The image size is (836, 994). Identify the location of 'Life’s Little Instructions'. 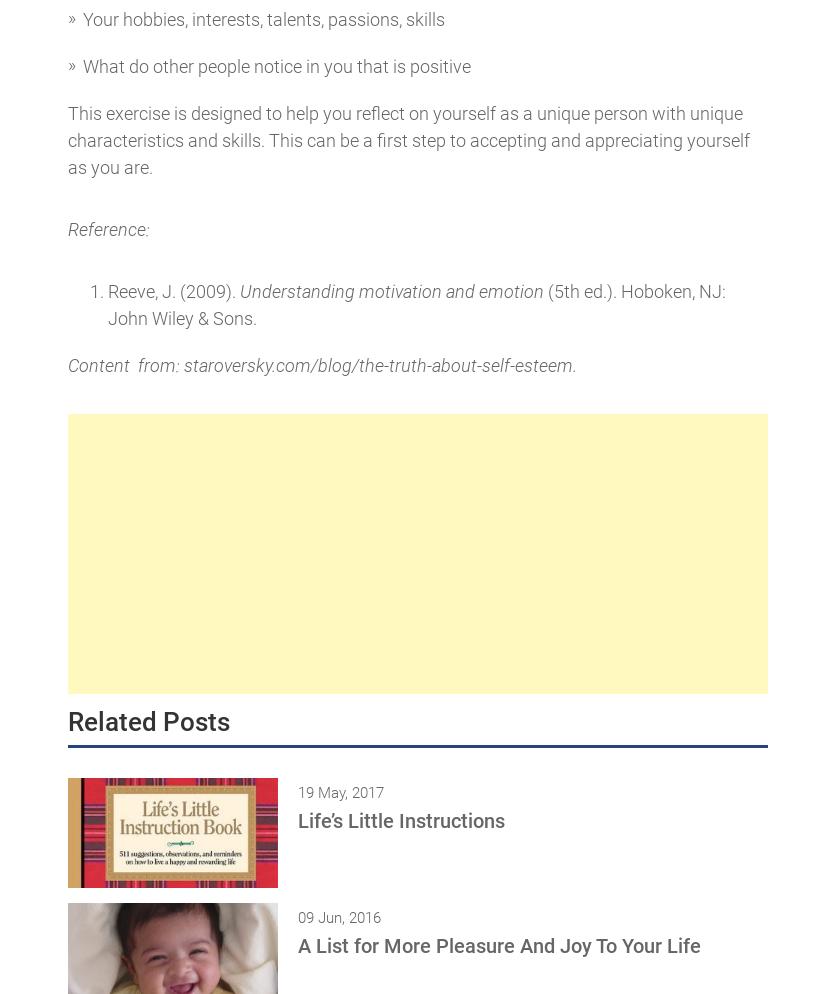
(400, 820).